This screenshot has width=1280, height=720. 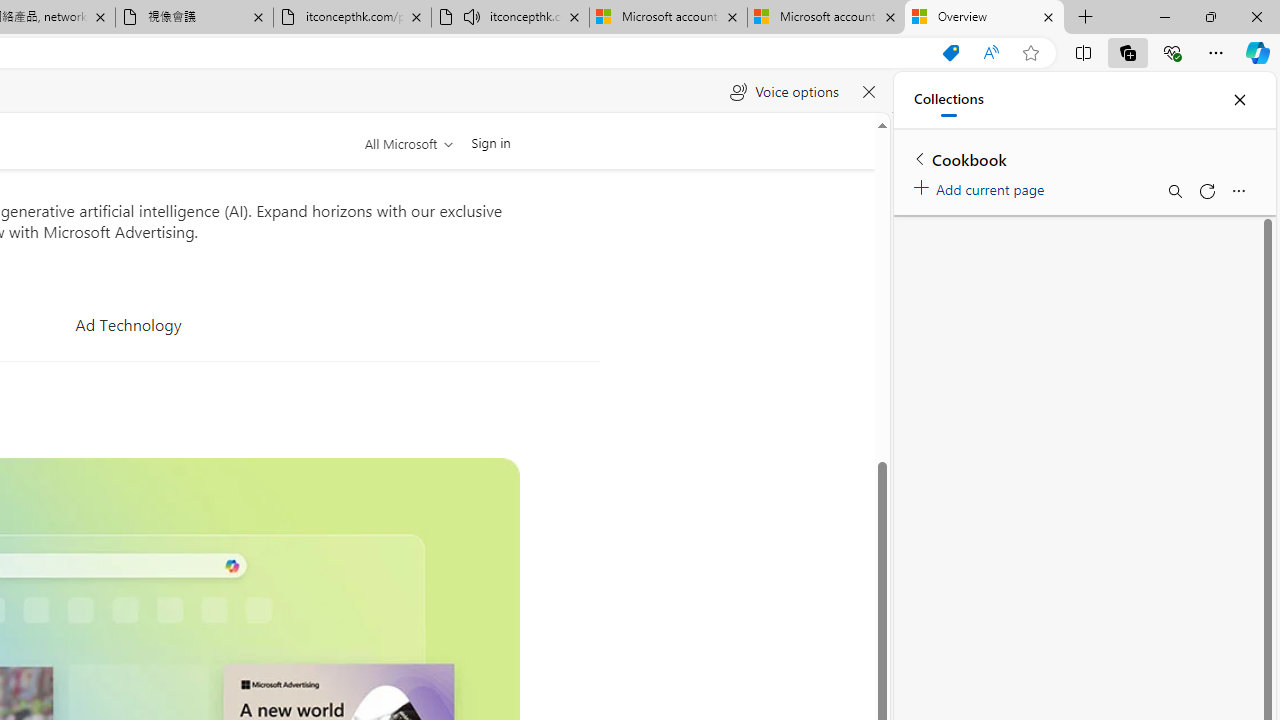 What do you see at coordinates (919, 158) in the screenshot?
I see `'Back to list of collections'` at bounding box center [919, 158].